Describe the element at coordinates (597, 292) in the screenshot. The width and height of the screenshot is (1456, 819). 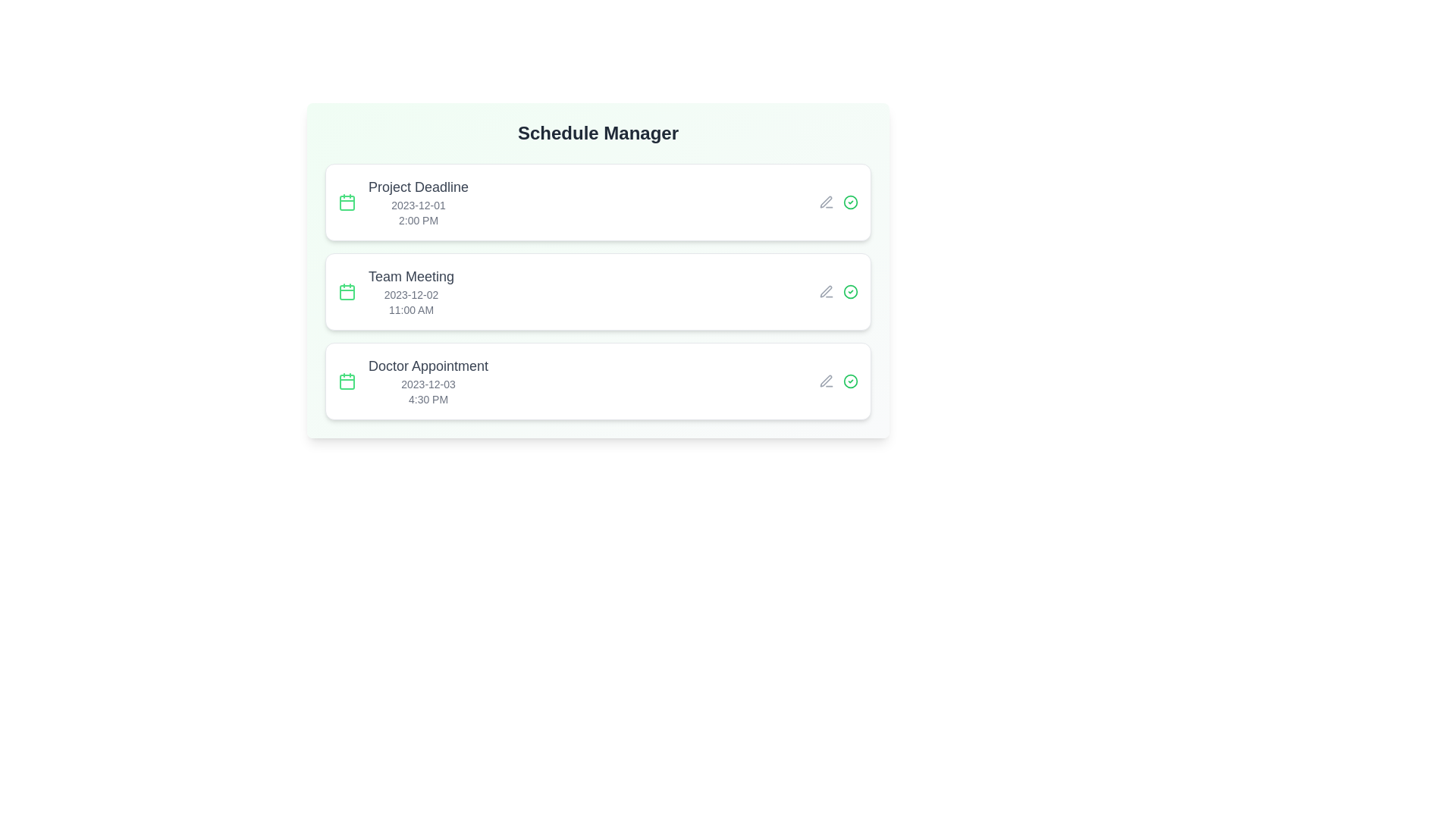
I see `the event titled 'Team Meeting' to view its details` at that location.